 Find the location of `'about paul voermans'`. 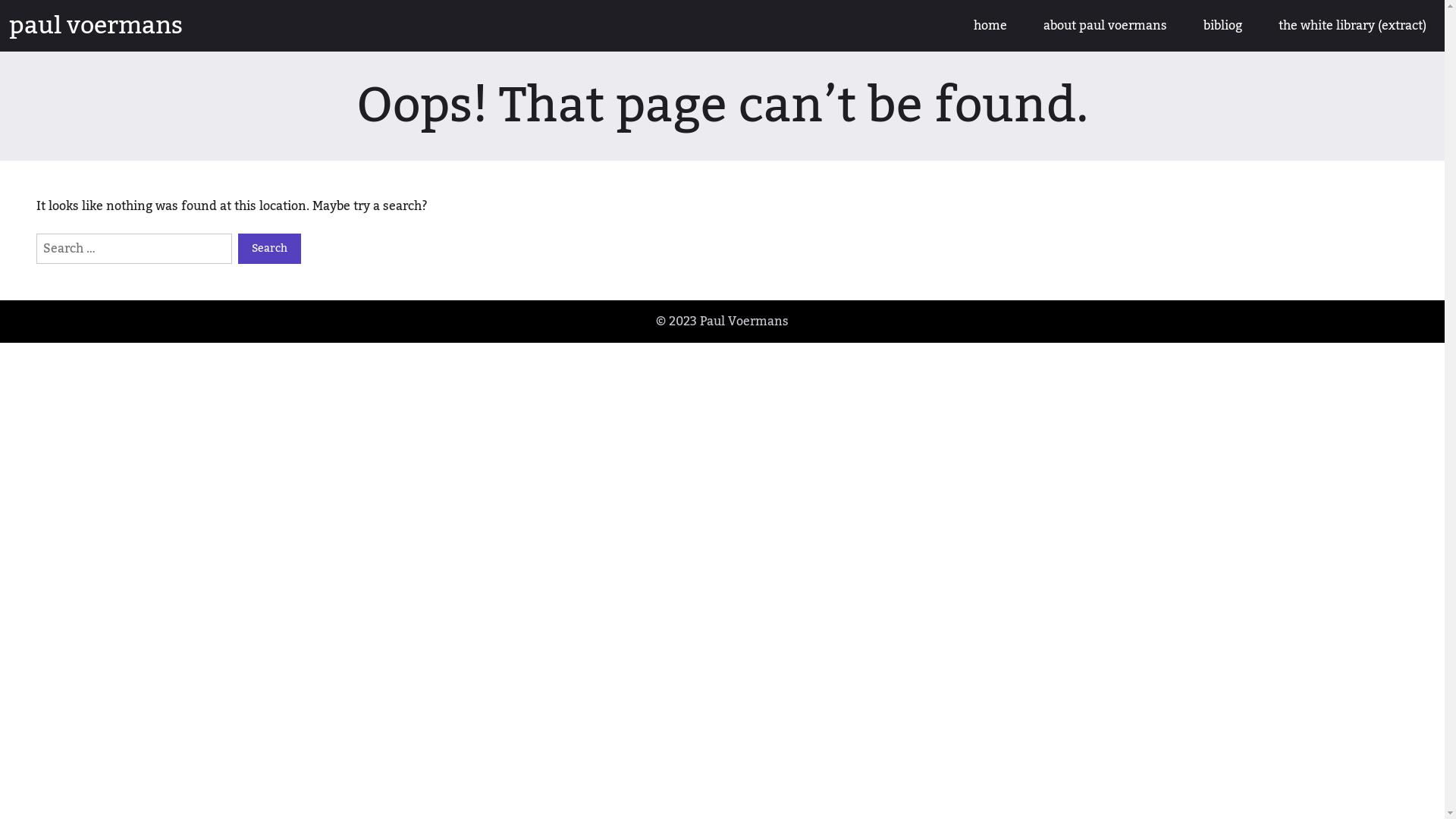

'about paul voermans' is located at coordinates (1105, 26).